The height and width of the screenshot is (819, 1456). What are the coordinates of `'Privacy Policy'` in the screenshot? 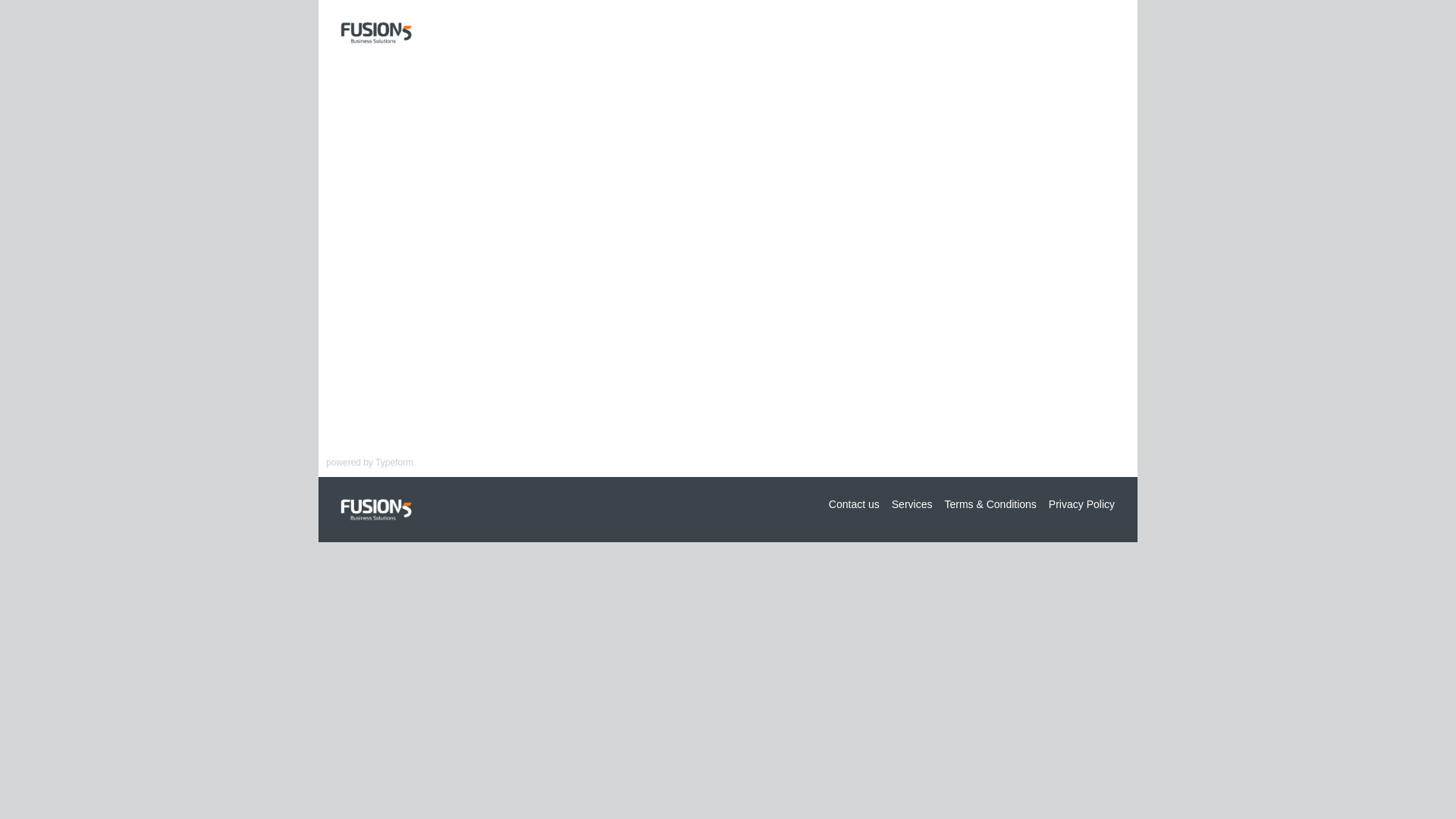 It's located at (1081, 504).